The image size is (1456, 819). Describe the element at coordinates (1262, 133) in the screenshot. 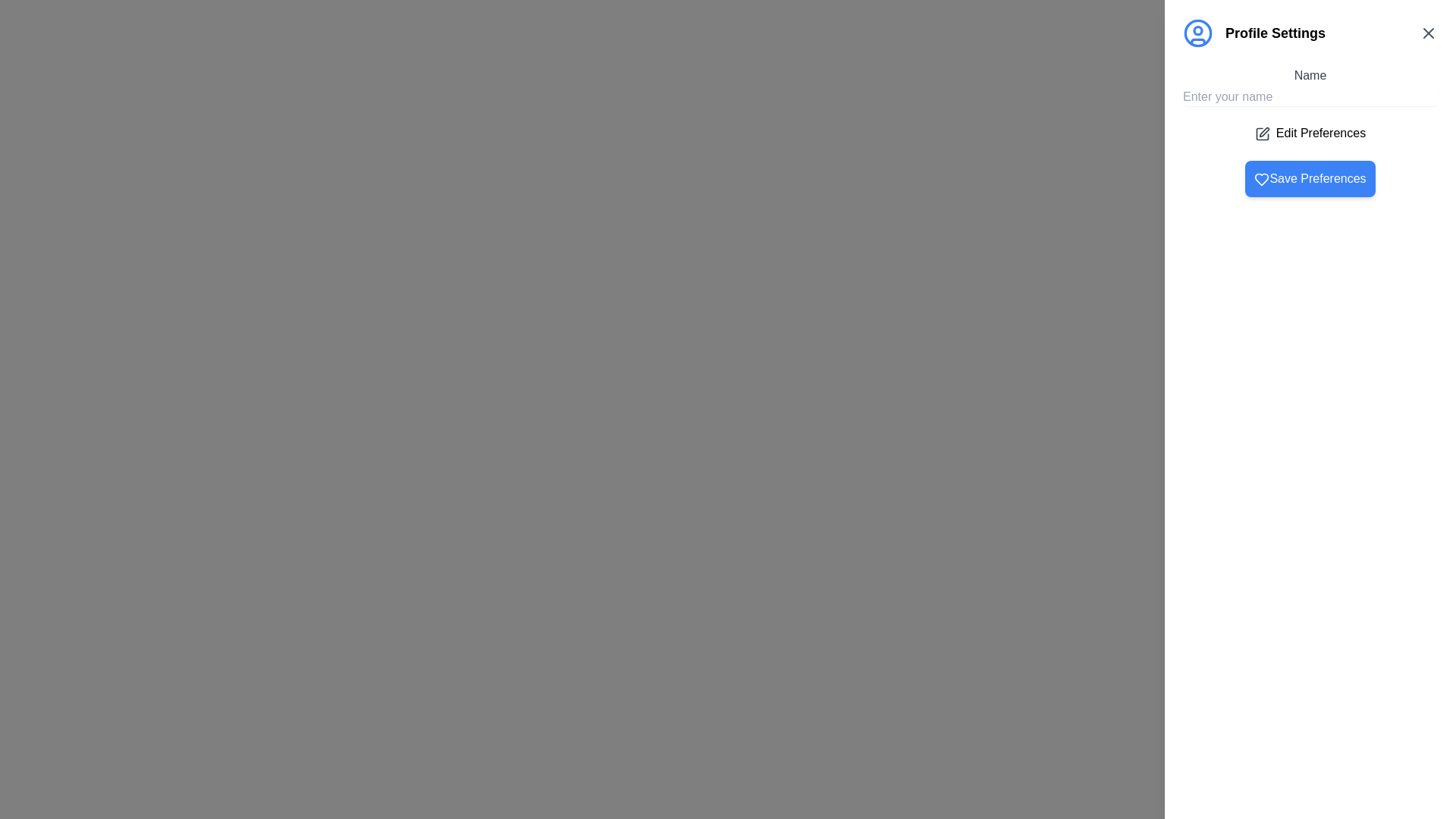

I see `the icon located to the left of the 'Edit Preferences' text in the upper right section` at that location.